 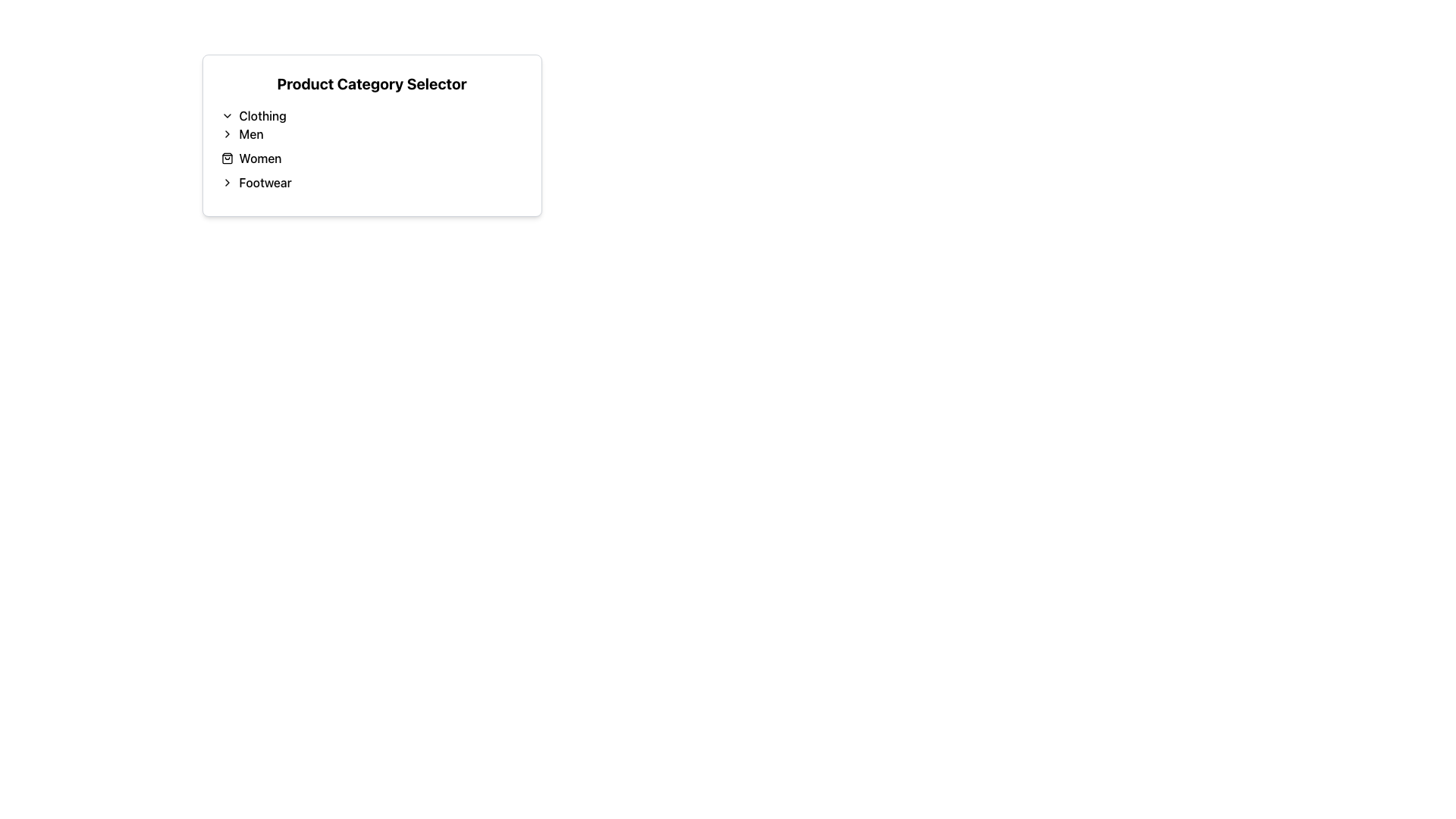 What do you see at coordinates (372, 146) in the screenshot?
I see `the Category Selector` at bounding box center [372, 146].